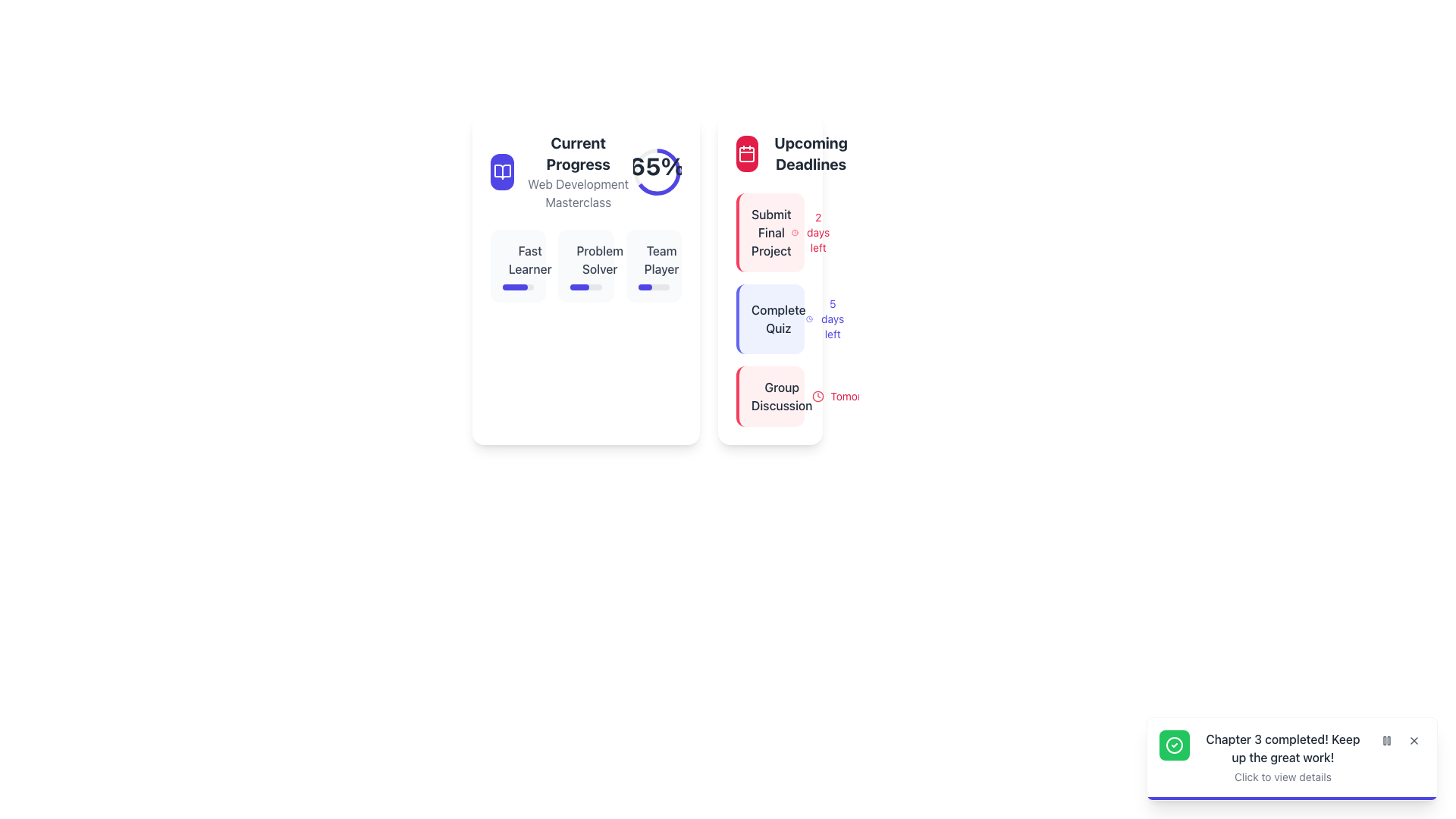  Describe the element at coordinates (795, 154) in the screenshot. I see `the text information of the Section header that identifies upcoming deadlines, located in the right section of the interface` at that location.